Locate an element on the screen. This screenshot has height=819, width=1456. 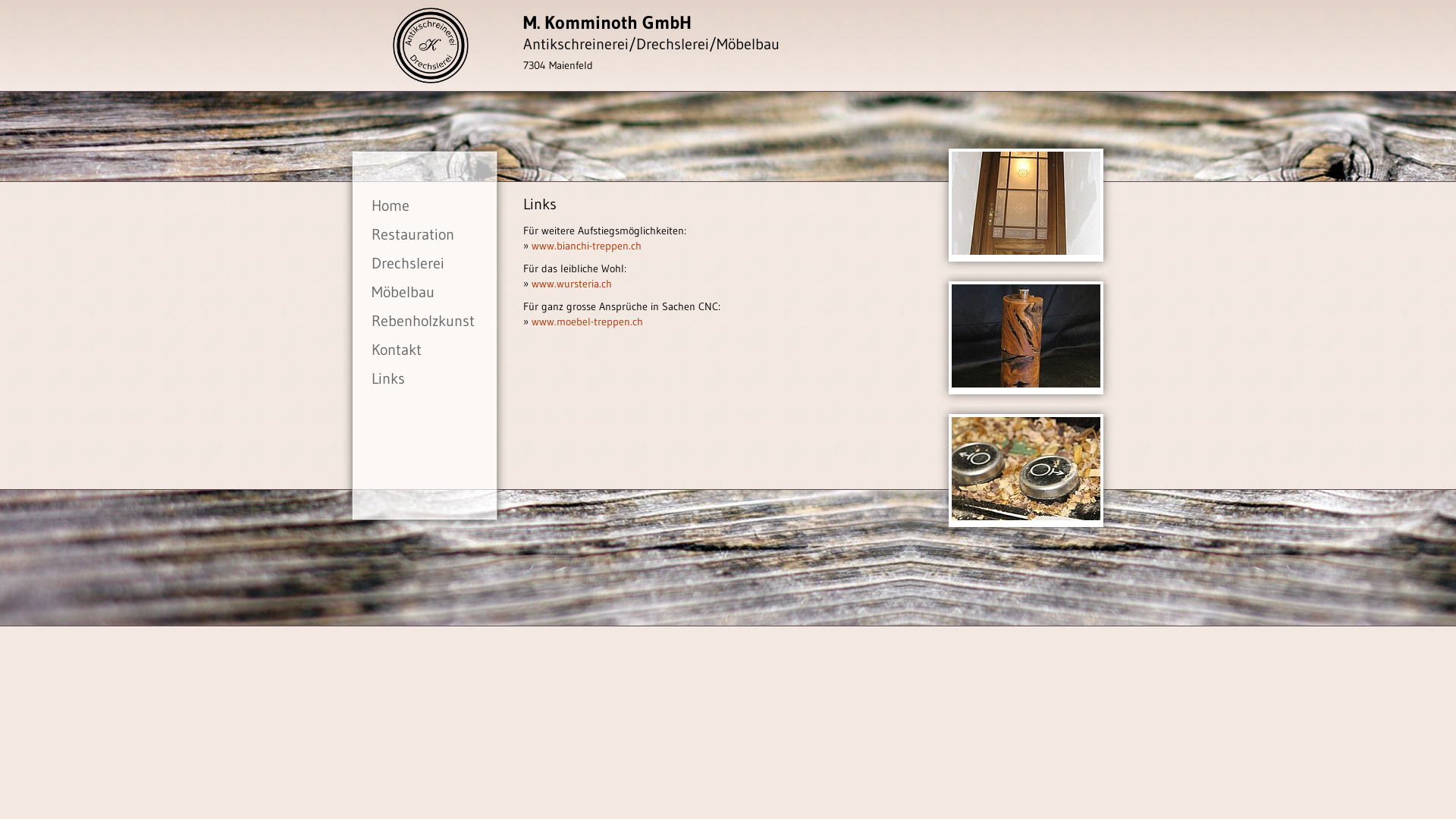
'Restauration' is located at coordinates (371, 234).